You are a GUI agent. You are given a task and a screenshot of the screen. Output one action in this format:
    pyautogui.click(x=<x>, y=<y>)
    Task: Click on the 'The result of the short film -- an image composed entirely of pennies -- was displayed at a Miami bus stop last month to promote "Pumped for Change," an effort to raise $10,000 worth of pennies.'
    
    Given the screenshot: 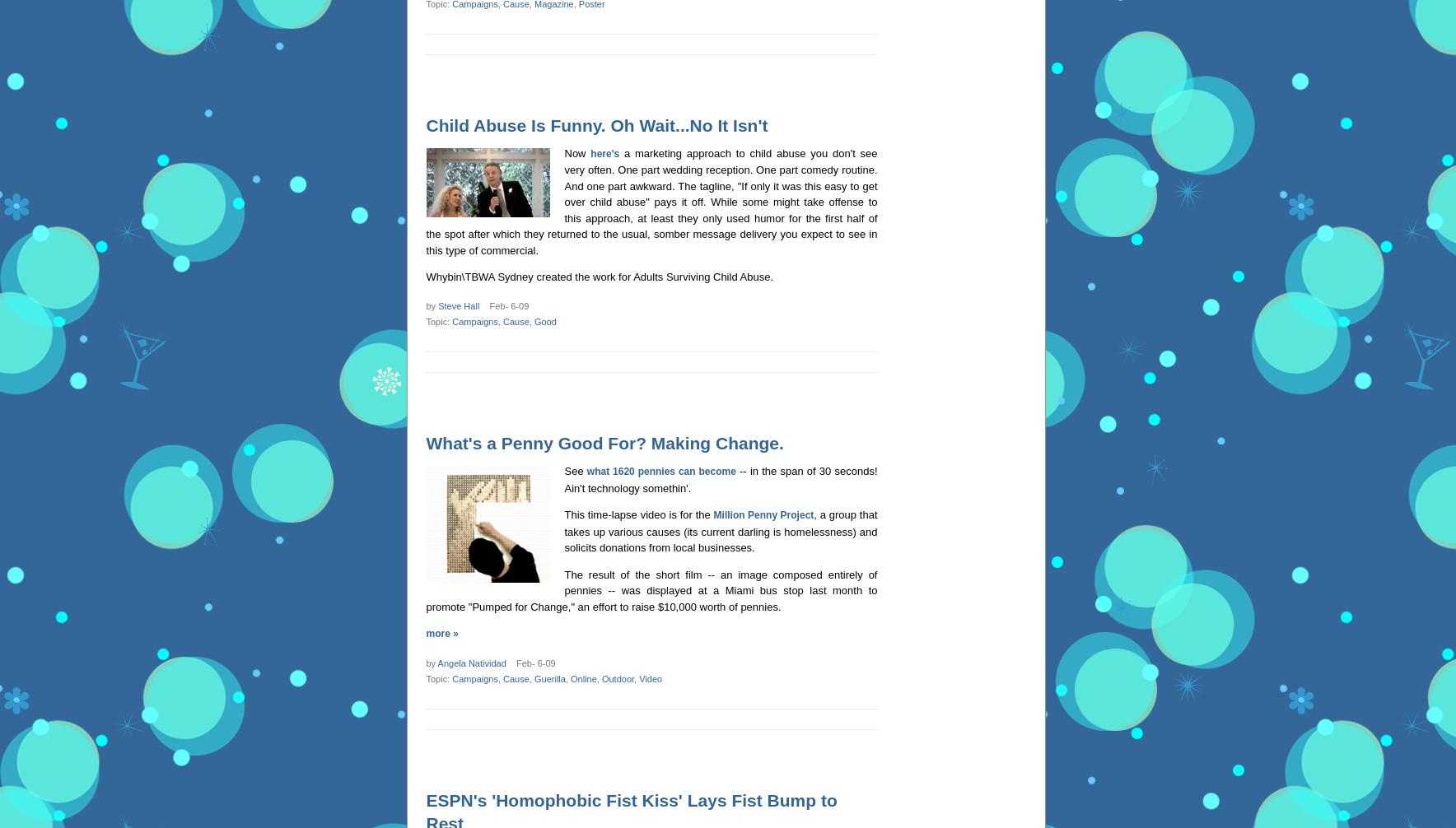 What is the action you would take?
    pyautogui.click(x=651, y=589)
    